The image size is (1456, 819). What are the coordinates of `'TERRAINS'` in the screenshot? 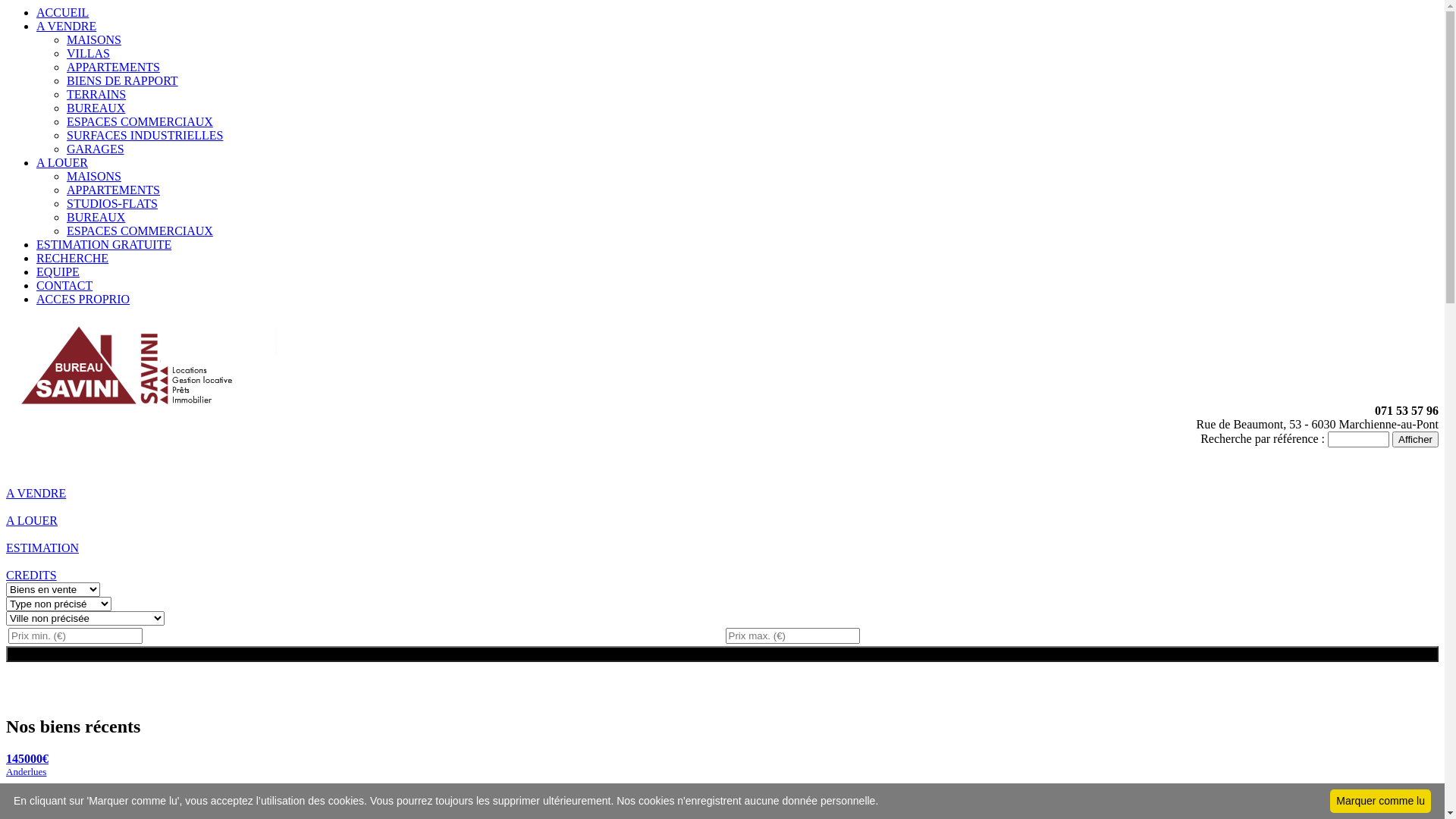 It's located at (95, 94).